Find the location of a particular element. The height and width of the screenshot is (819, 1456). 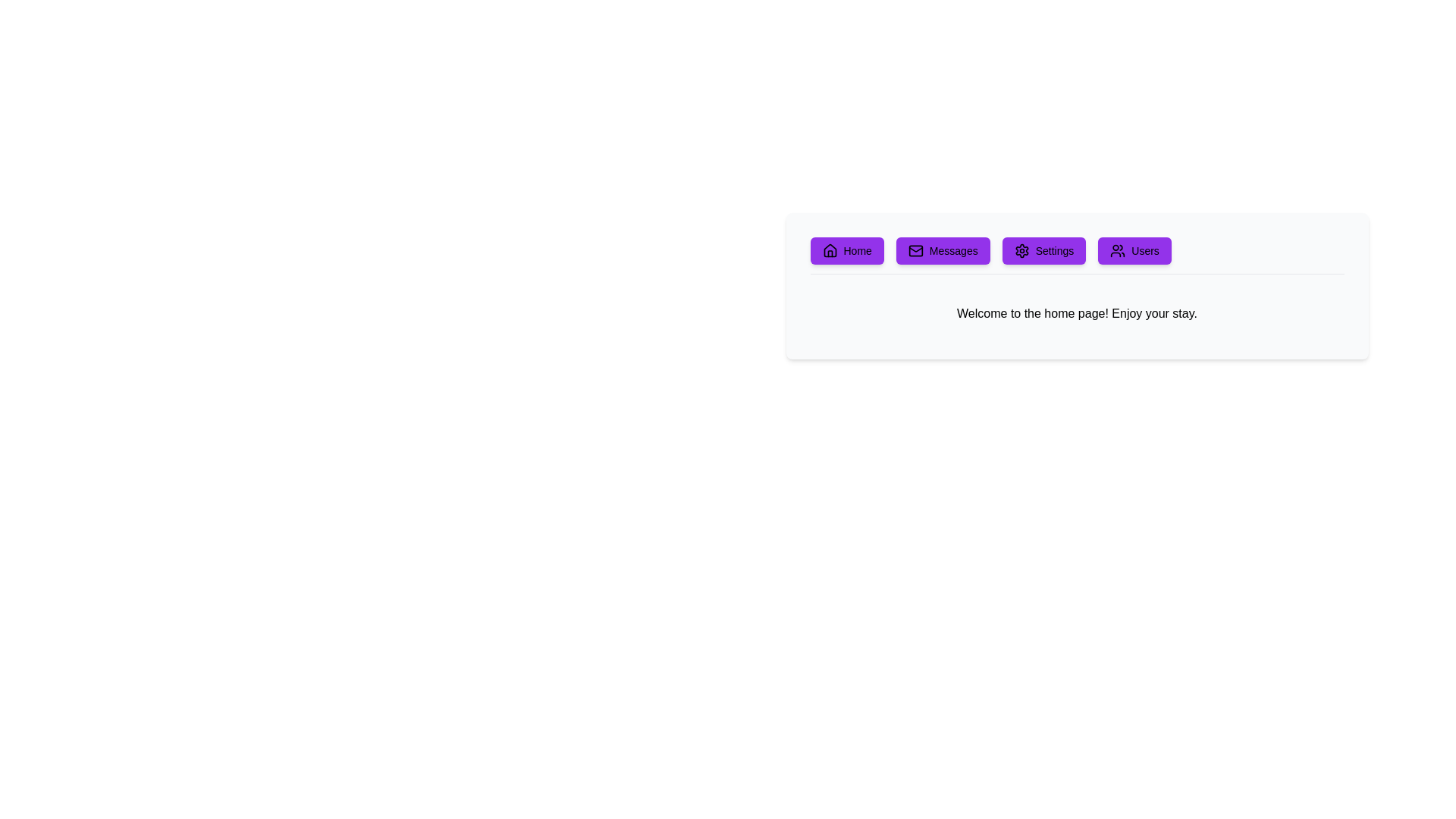

the 'Messages' button in the navigation bar, which is represented by a decorative purple background shape of a mail envelope icon is located at coordinates (915, 250).